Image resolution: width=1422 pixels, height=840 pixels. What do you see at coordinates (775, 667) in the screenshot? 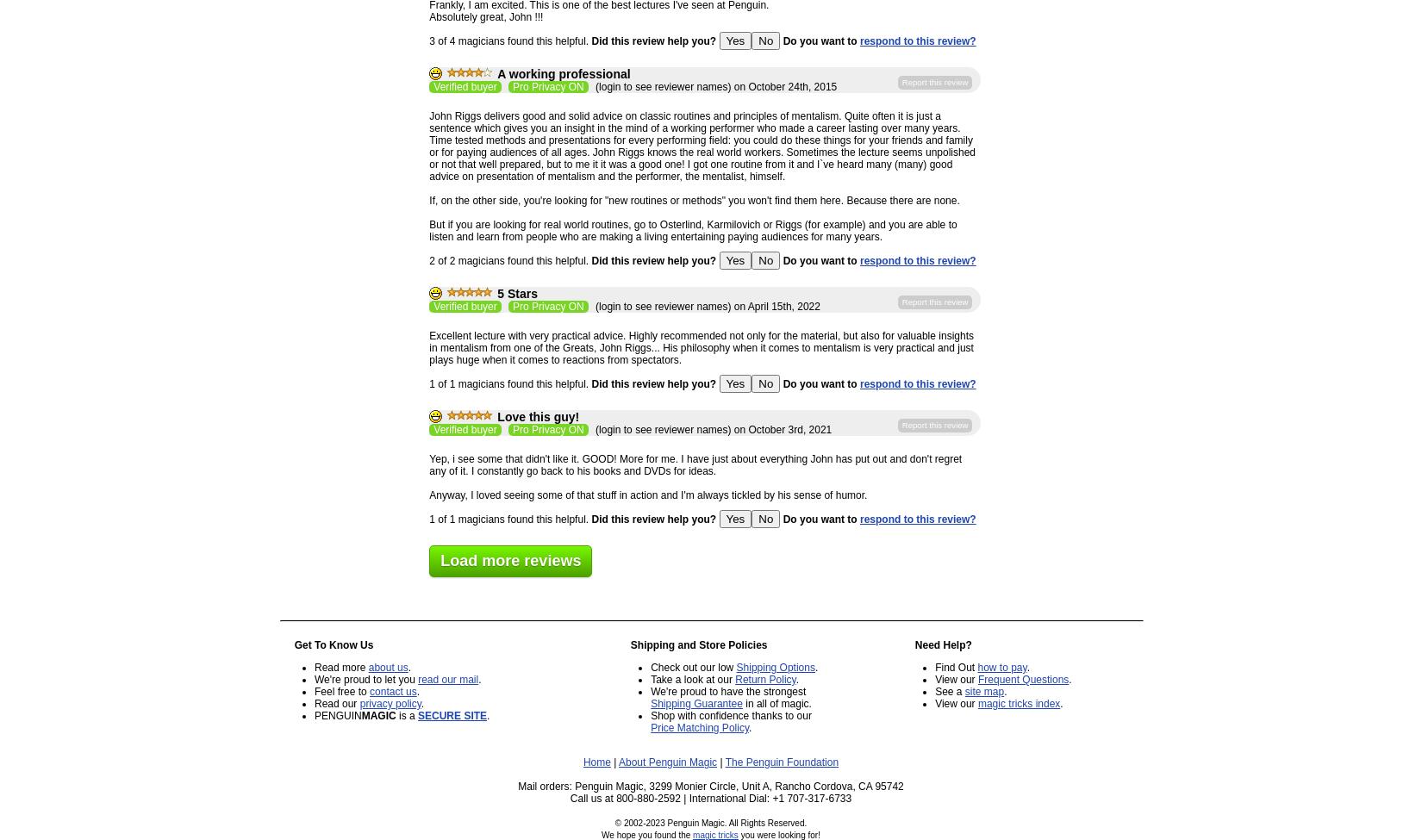
I see `'Shipping Options'` at bounding box center [775, 667].